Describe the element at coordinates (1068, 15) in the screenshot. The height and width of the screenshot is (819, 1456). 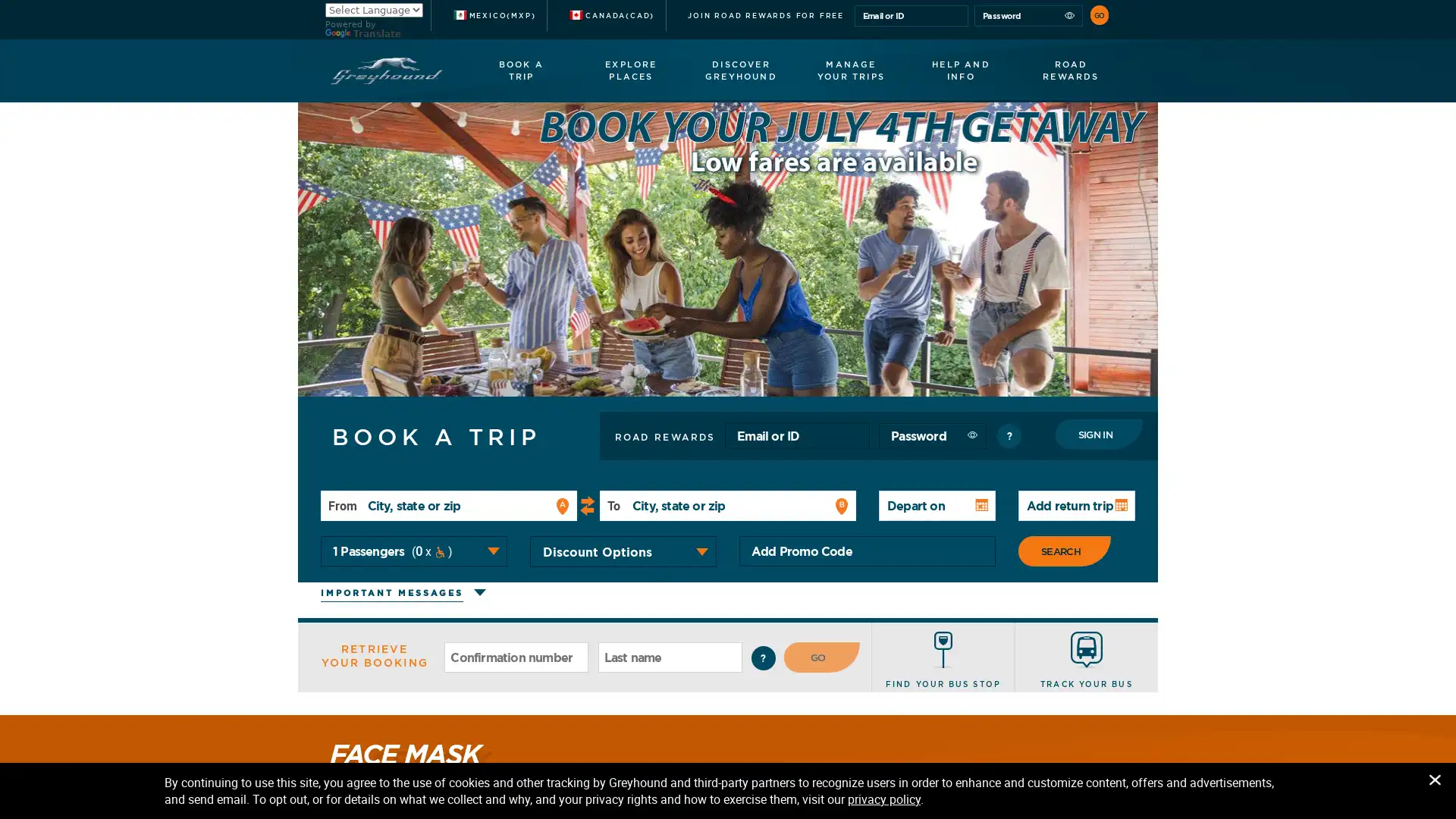
I see `Show password as plain text. Warning: this will display your password on the screen.` at that location.